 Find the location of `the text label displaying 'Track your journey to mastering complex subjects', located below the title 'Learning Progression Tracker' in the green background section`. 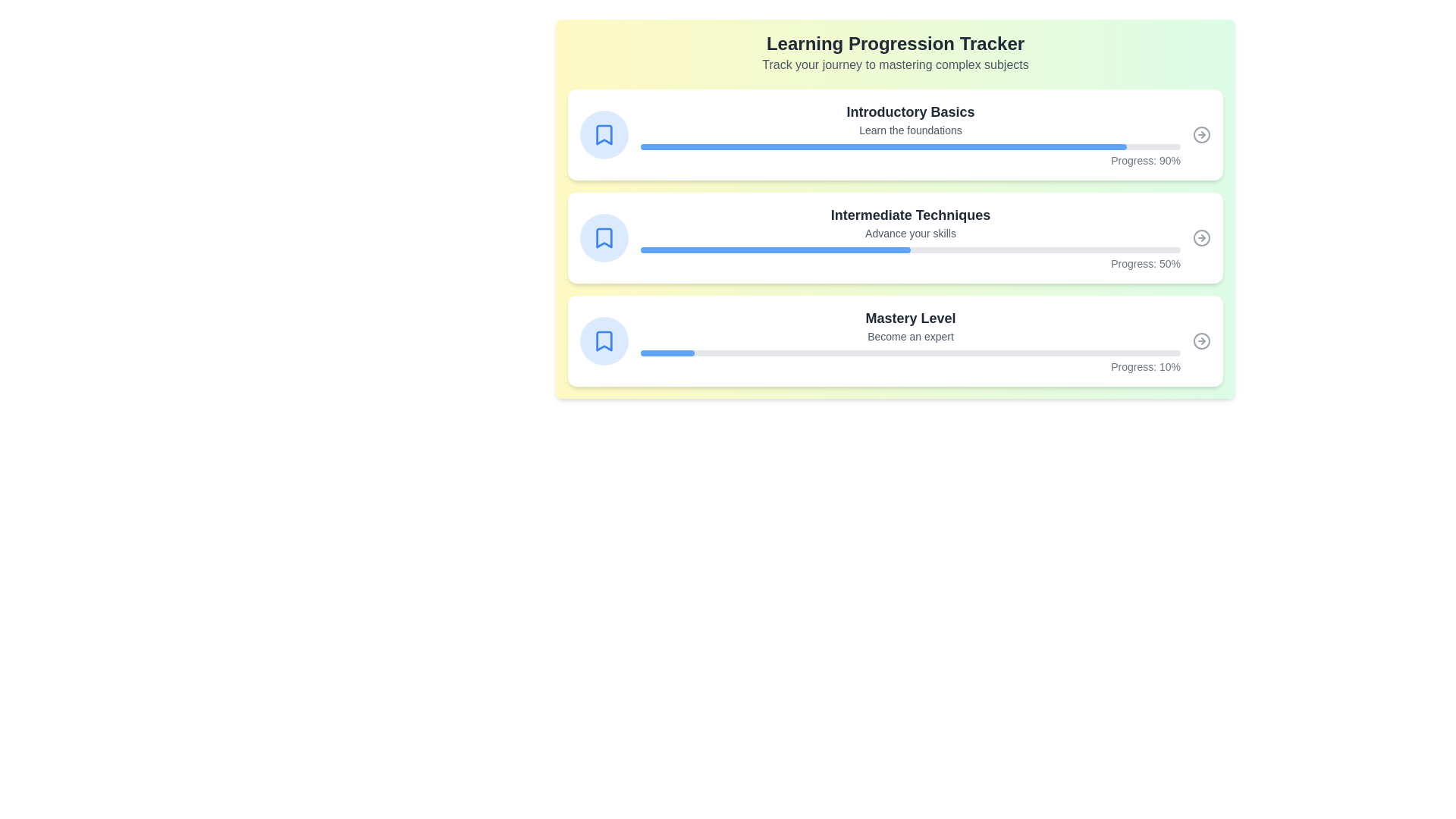

the text label displaying 'Track your journey to mastering complex subjects', located below the title 'Learning Progression Tracker' in the green background section is located at coordinates (895, 64).